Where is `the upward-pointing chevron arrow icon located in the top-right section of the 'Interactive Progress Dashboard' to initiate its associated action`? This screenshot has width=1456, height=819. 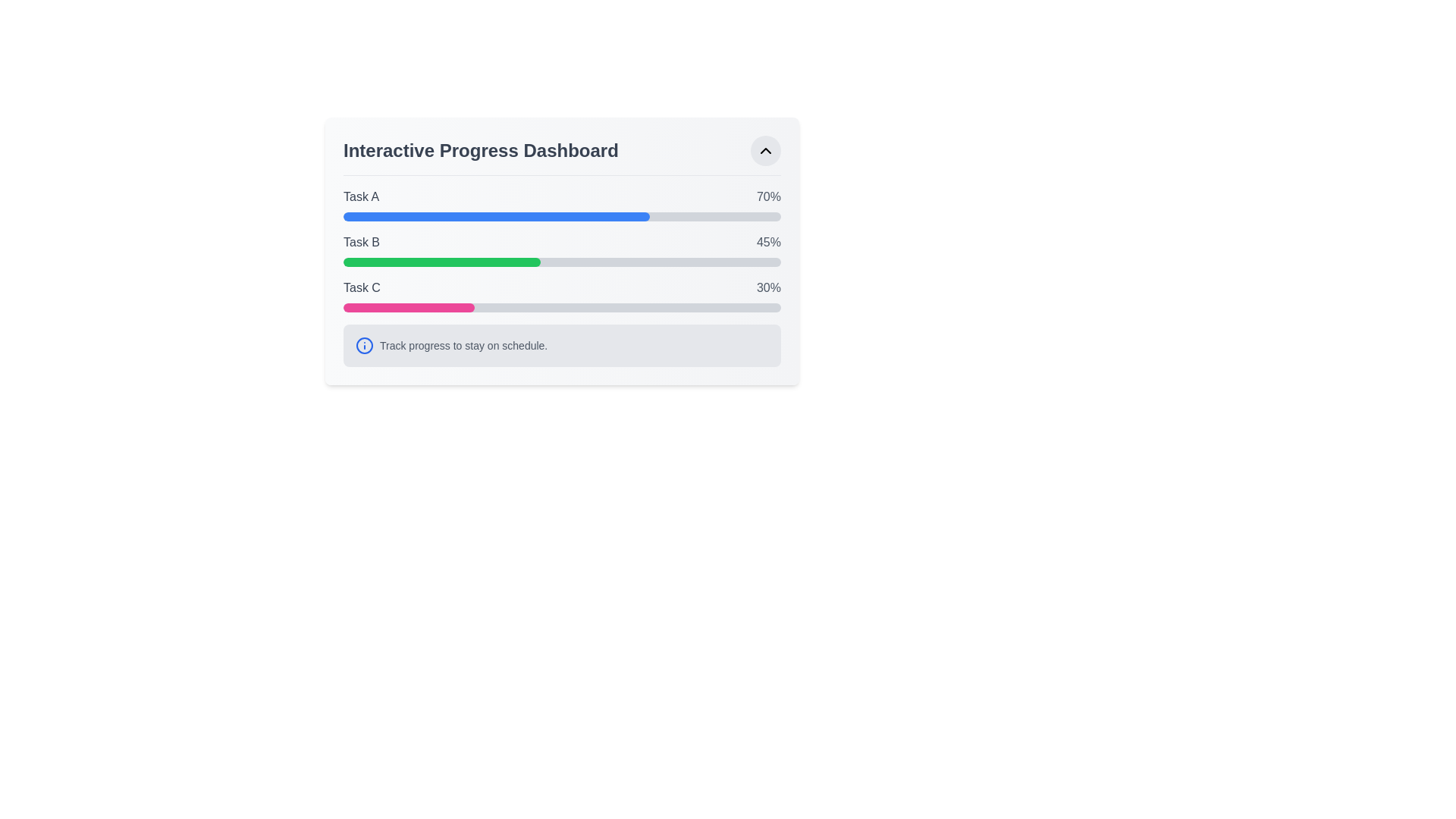
the upward-pointing chevron arrow icon located in the top-right section of the 'Interactive Progress Dashboard' to initiate its associated action is located at coordinates (765, 151).